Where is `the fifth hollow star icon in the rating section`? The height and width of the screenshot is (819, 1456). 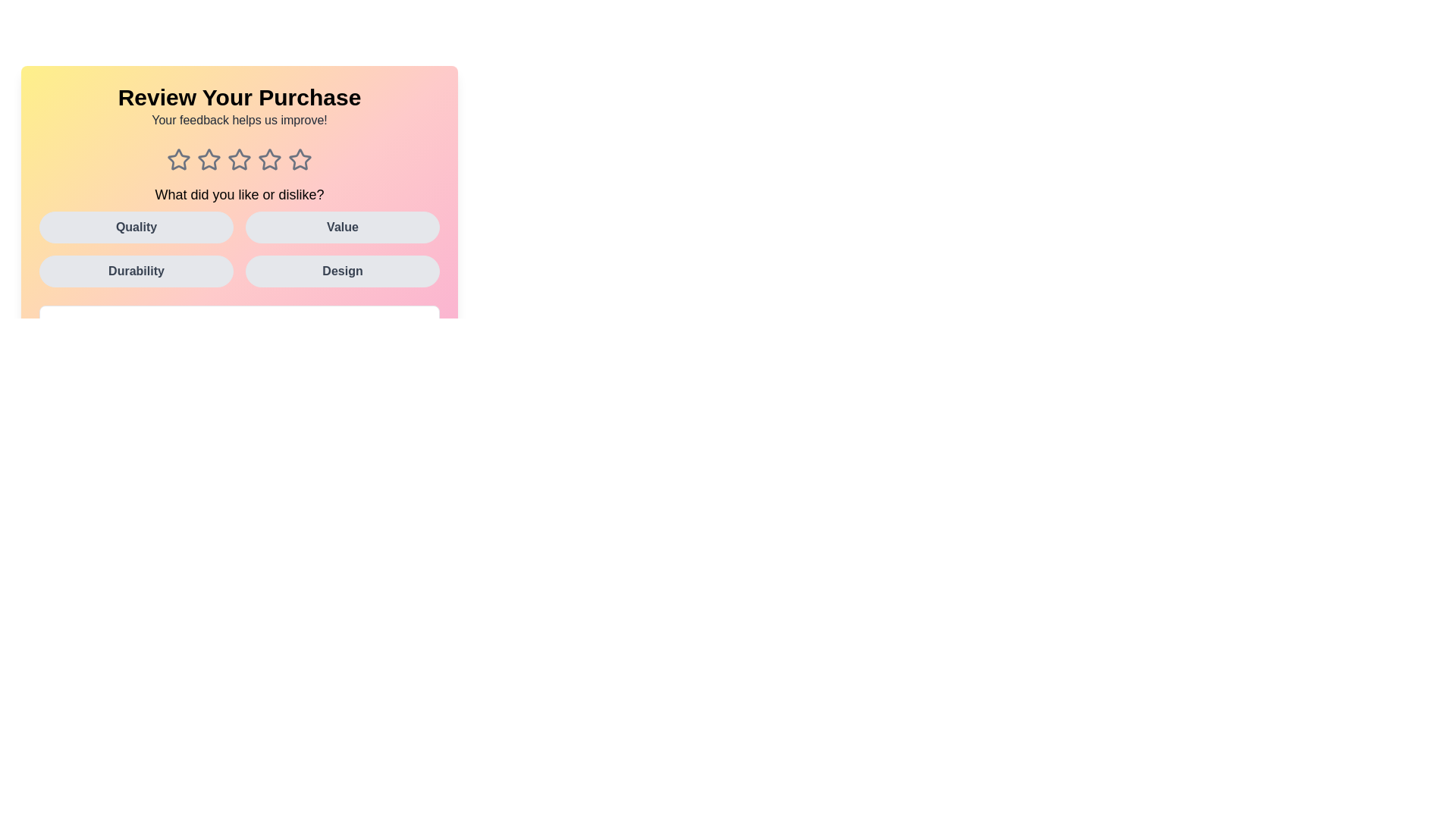 the fifth hollow star icon in the rating section is located at coordinates (300, 160).